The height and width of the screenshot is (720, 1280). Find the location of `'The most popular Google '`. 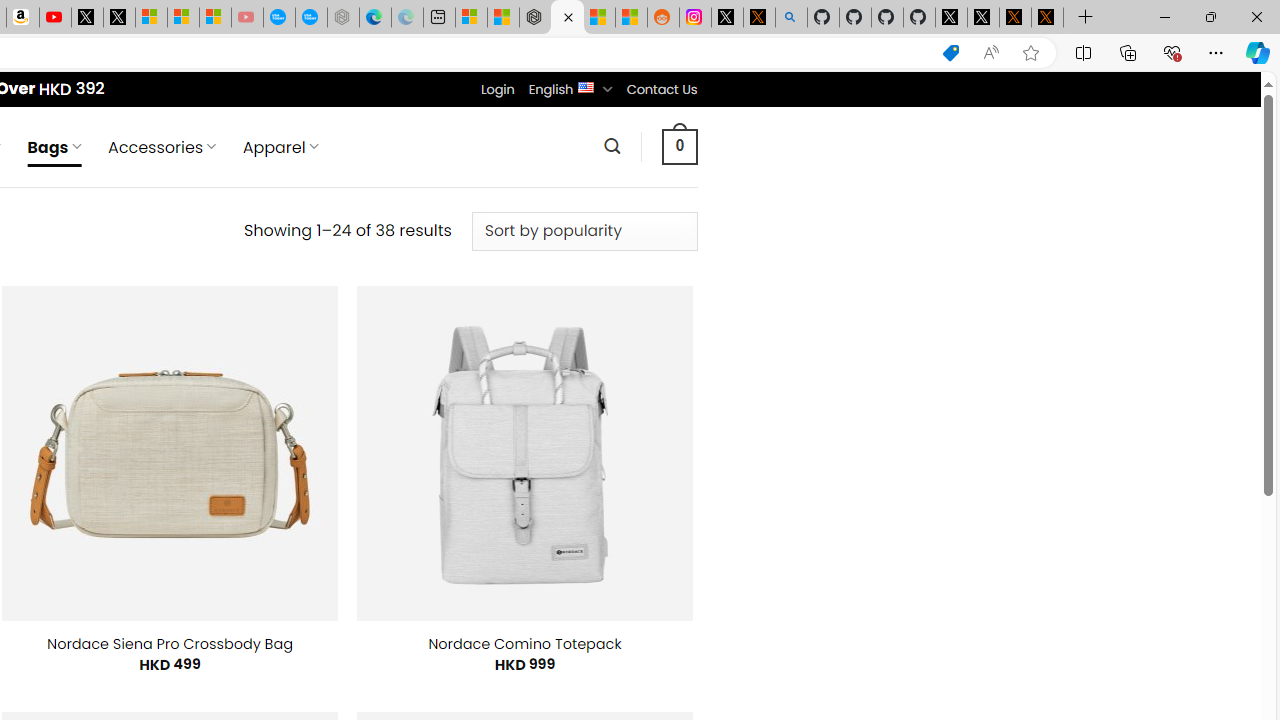

'The most popular Google ' is located at coordinates (310, 17).